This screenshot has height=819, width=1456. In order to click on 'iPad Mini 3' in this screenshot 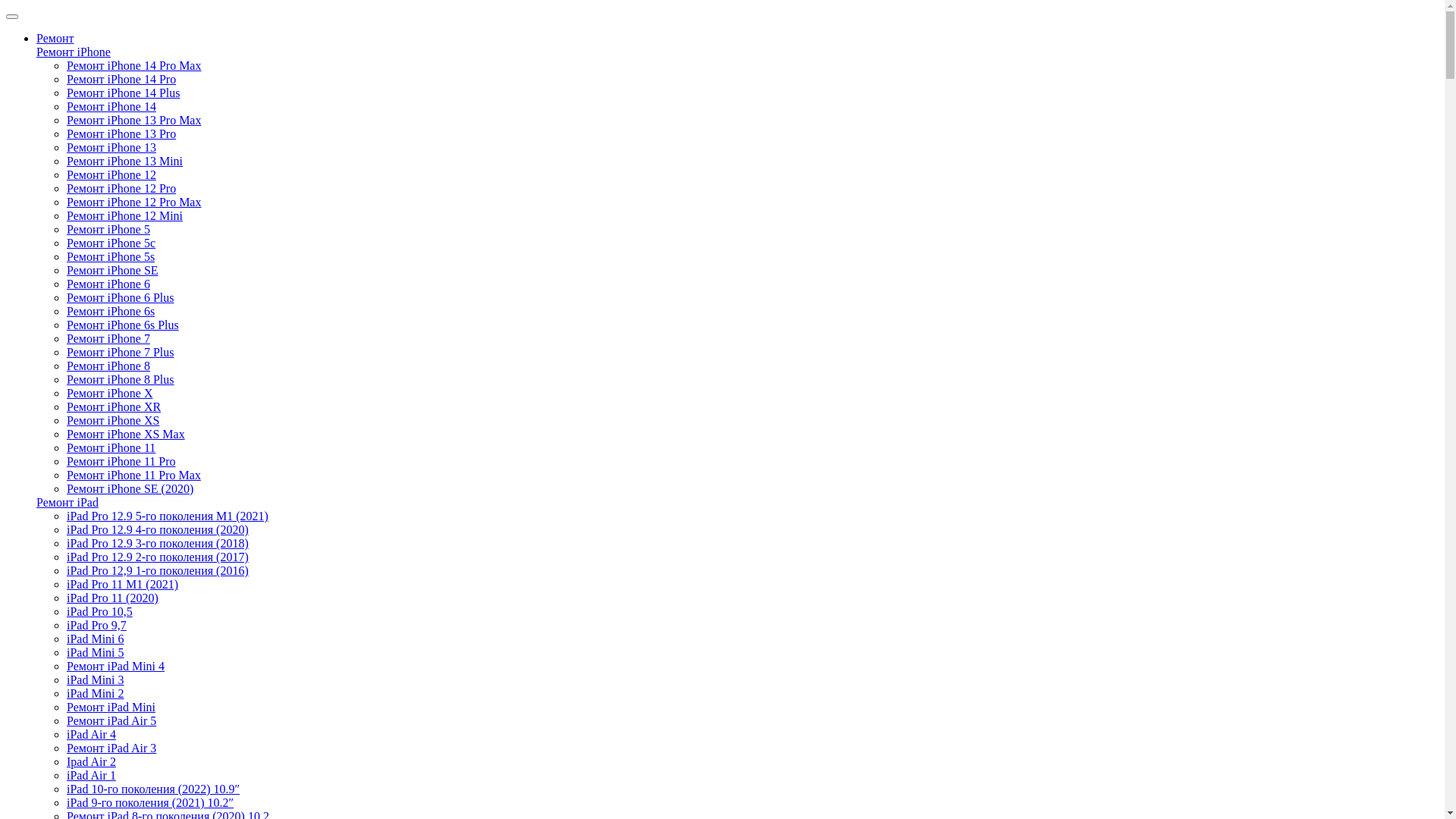, I will do `click(65, 679)`.